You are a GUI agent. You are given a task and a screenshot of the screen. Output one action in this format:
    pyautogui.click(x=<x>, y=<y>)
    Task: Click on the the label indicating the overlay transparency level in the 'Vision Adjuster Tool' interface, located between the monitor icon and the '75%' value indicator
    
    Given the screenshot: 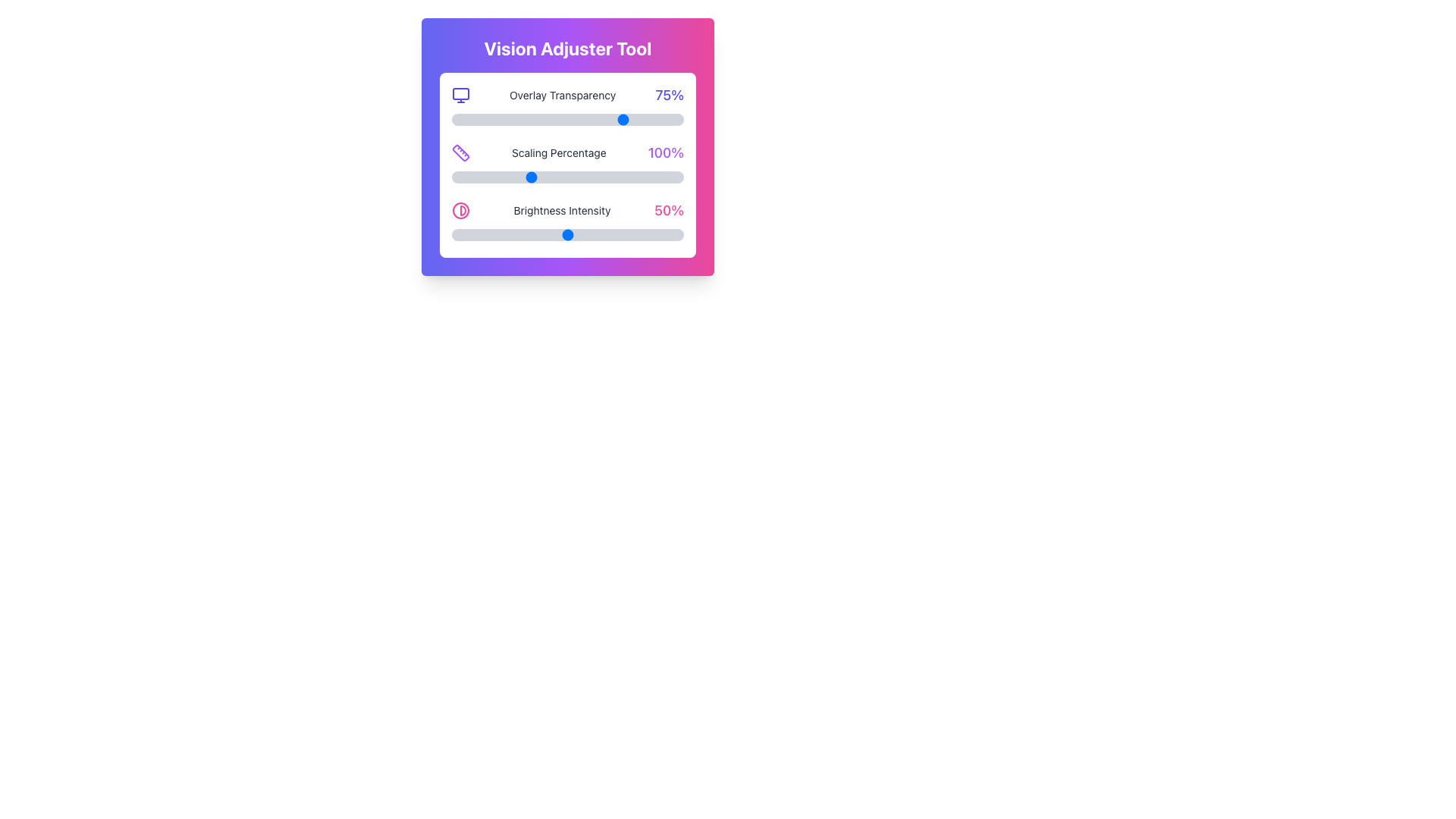 What is the action you would take?
    pyautogui.click(x=562, y=96)
    